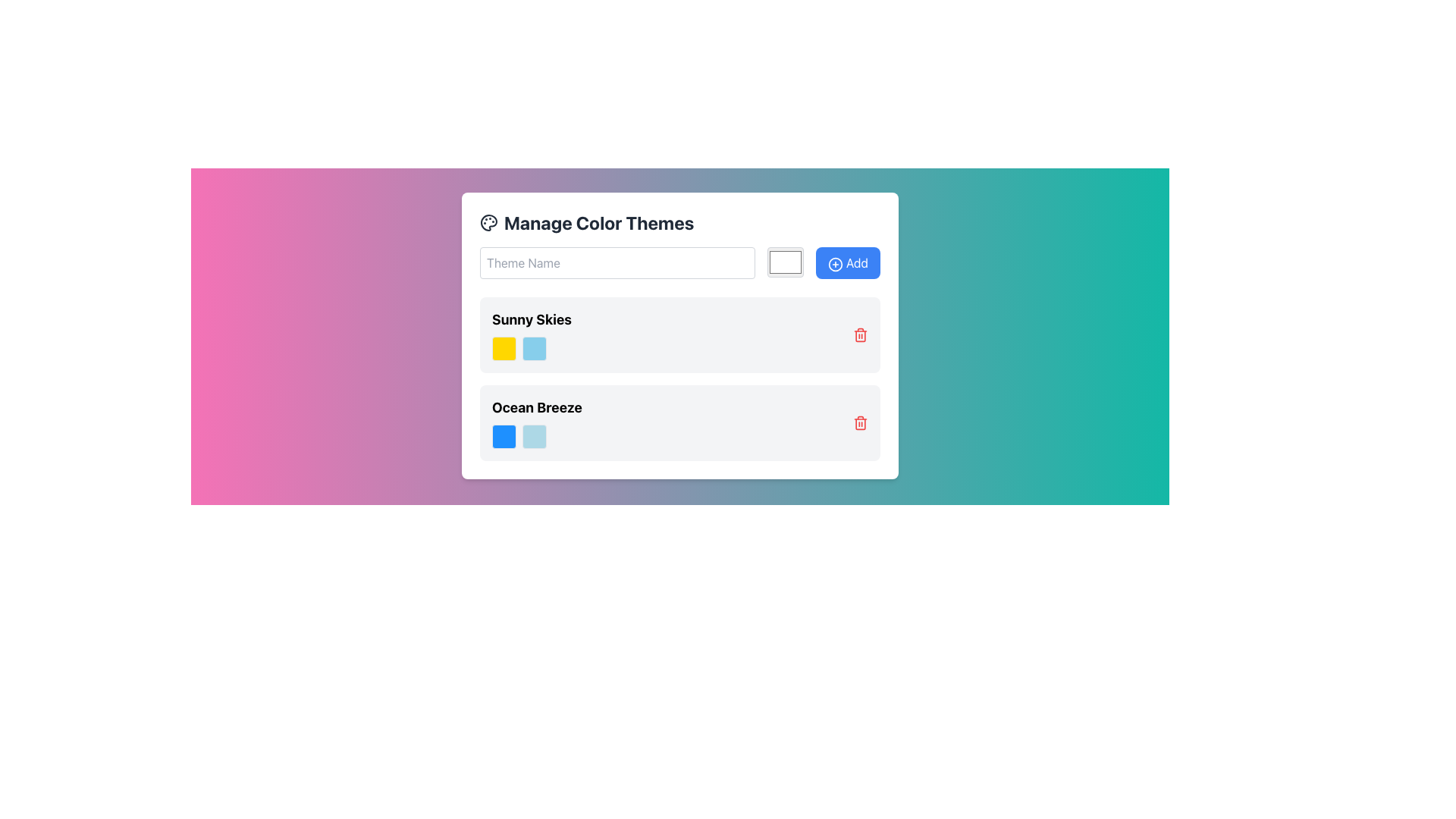 The image size is (1456, 819). Describe the element at coordinates (834, 263) in the screenshot. I see `the 'Add' icon located at the center of the blue 'Add' button in the top-right section of the card to initiate the add functionality` at that location.